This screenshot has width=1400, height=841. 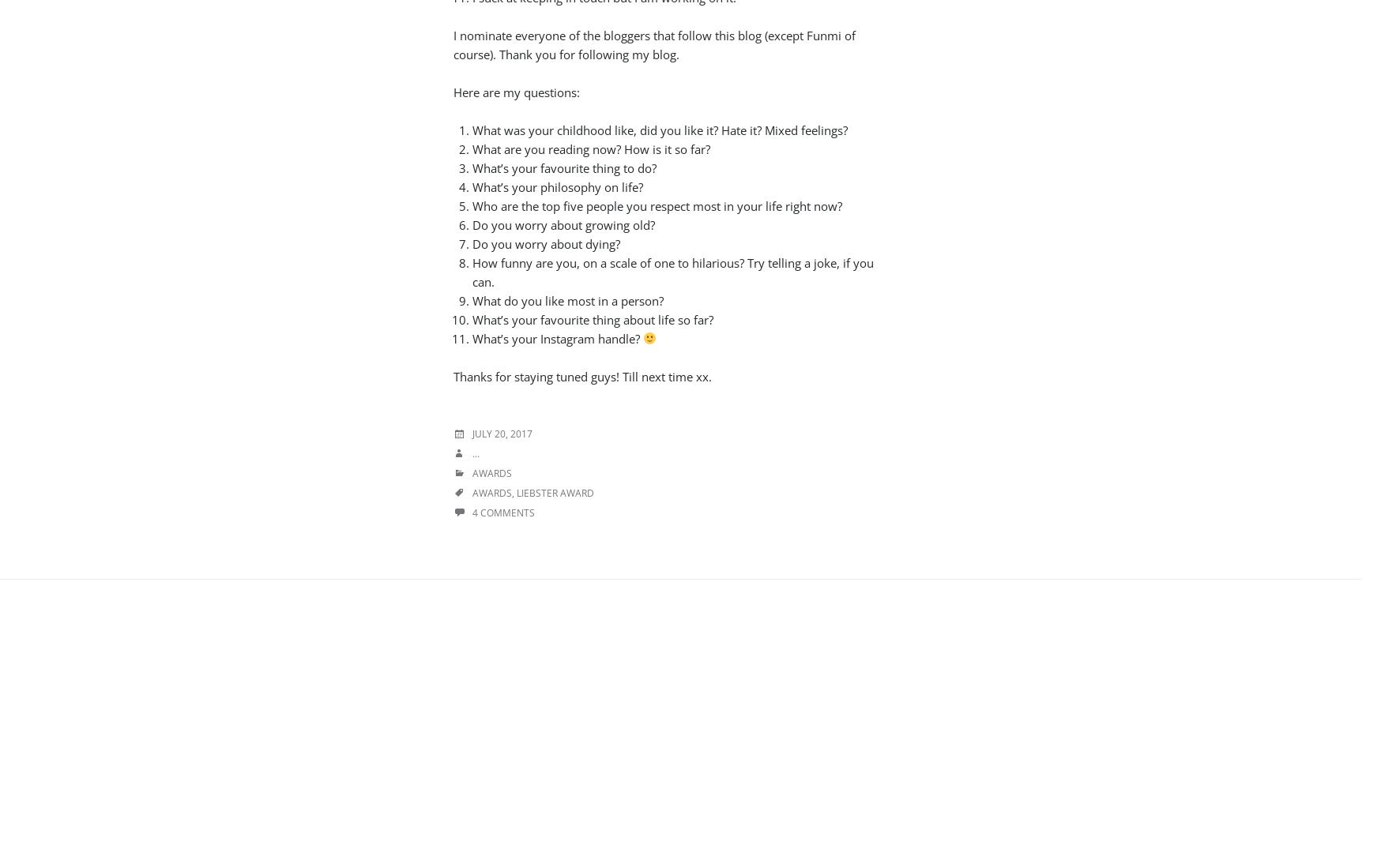 What do you see at coordinates (514, 492) in the screenshot?
I see `','` at bounding box center [514, 492].